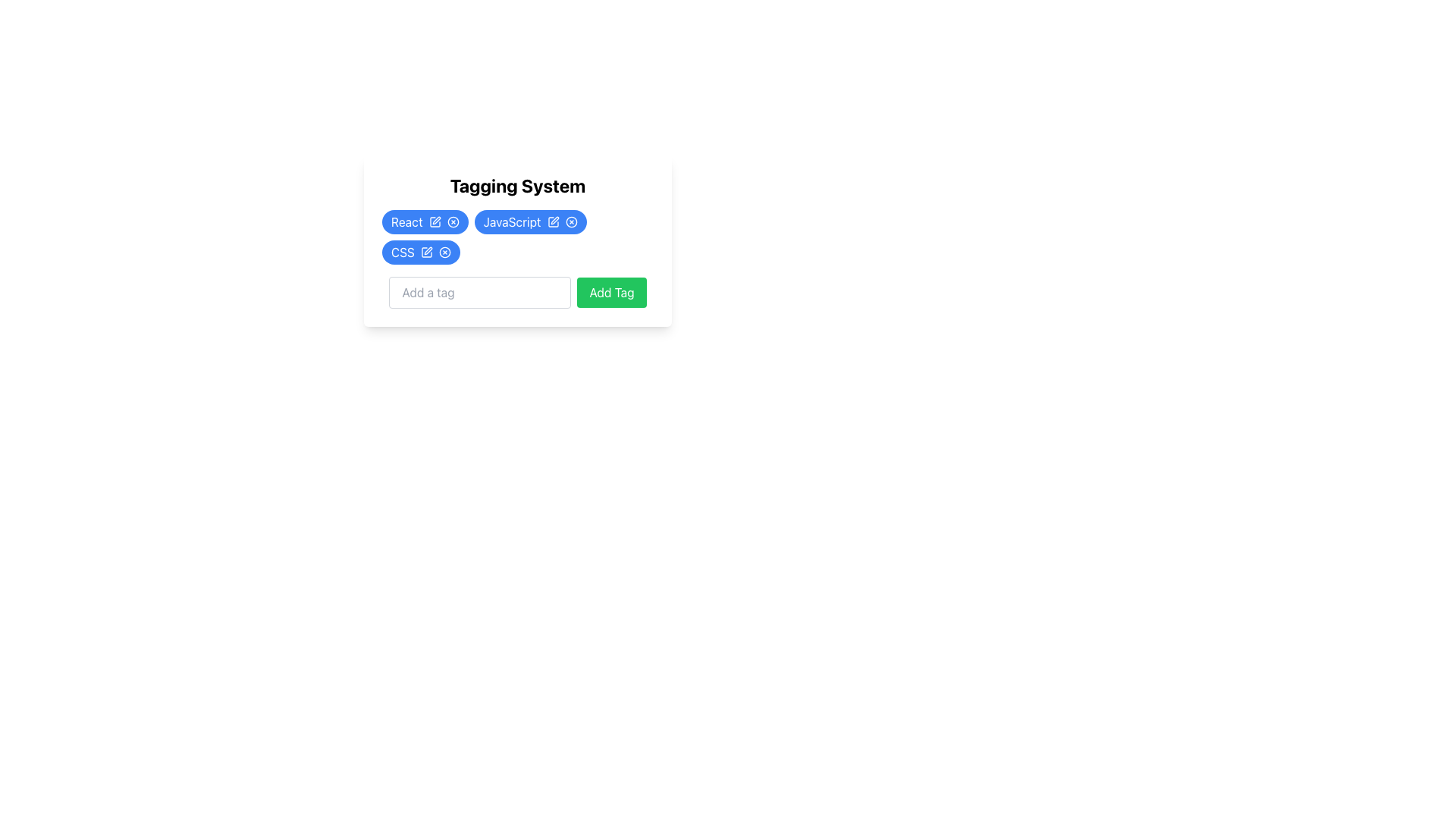 This screenshot has height=819, width=1456. What do you see at coordinates (552, 222) in the screenshot?
I see `the small pen-shaped icon inside the blue rounded rectangle labeled 'JavaScript'` at bounding box center [552, 222].